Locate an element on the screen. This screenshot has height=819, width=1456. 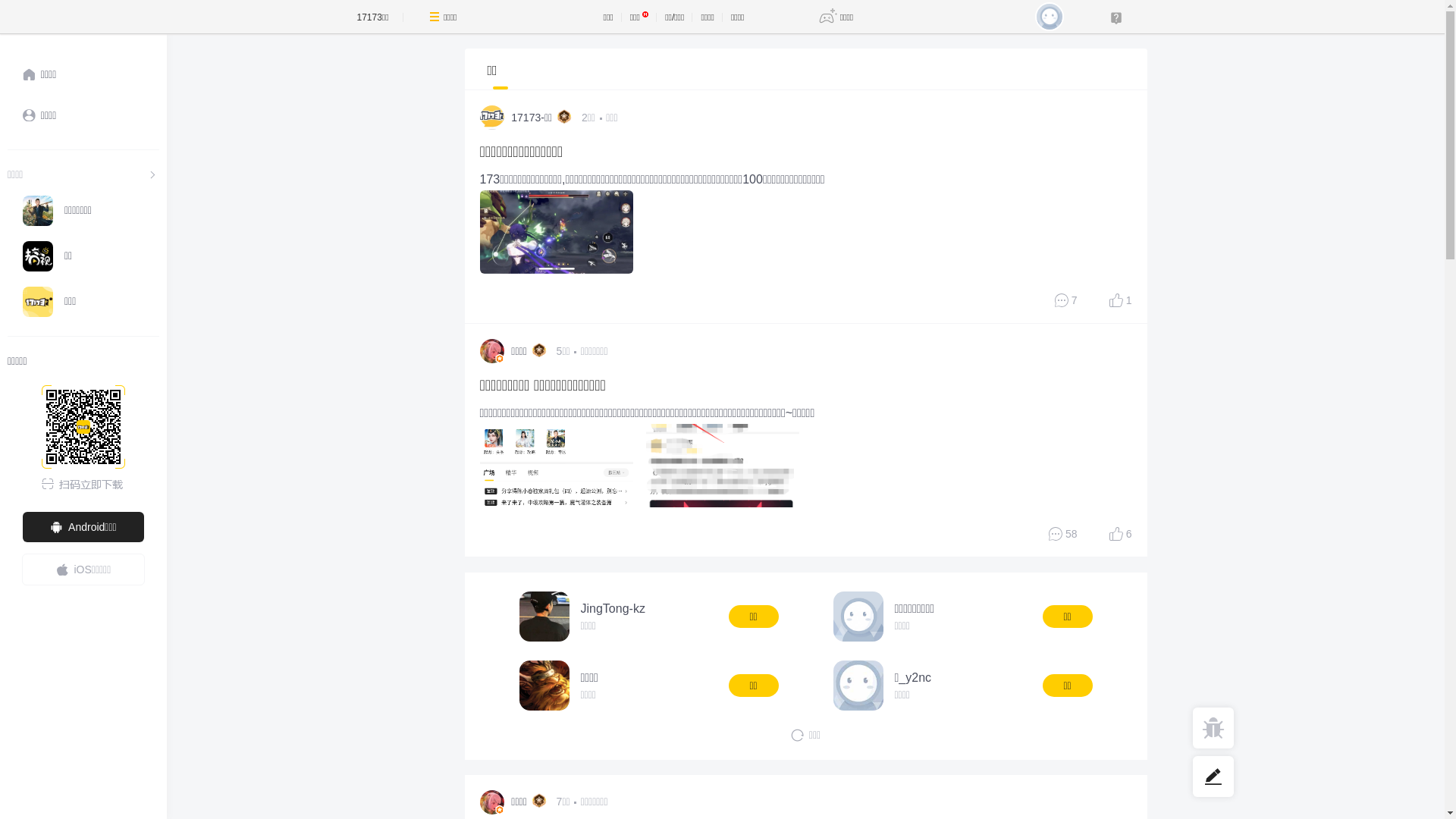
'7' is located at coordinates (1065, 300).